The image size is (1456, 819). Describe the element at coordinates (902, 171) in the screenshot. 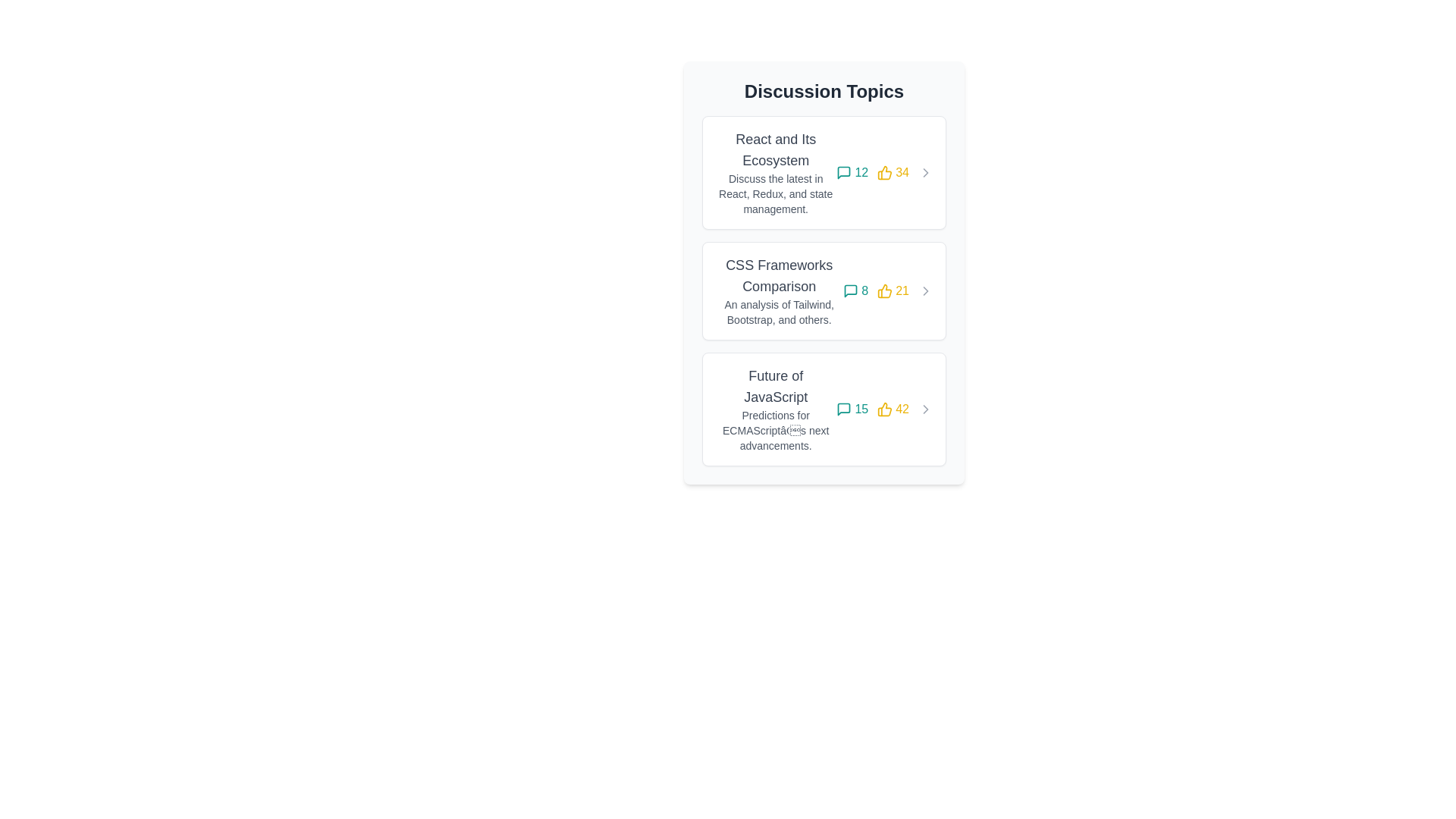

I see `the text label displaying the number '34' in yellow, located in the top-right of the first discussion card, next to the thumbs-up icon` at that location.